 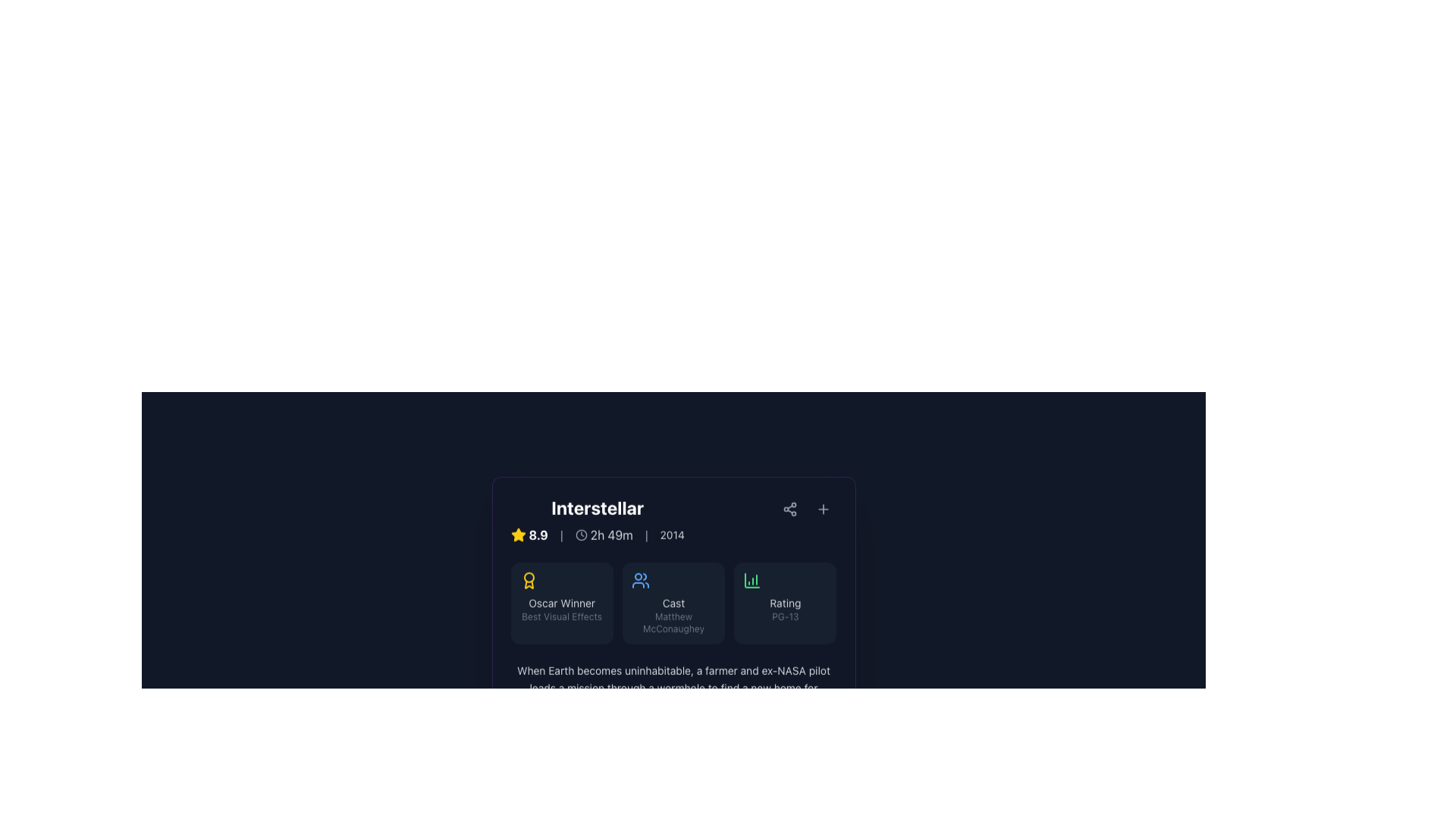 What do you see at coordinates (673, 602) in the screenshot?
I see `the icons in the grid layout for more information about the movie 'Interstellar', located at the center of the modal card below the film summary and rating` at bounding box center [673, 602].